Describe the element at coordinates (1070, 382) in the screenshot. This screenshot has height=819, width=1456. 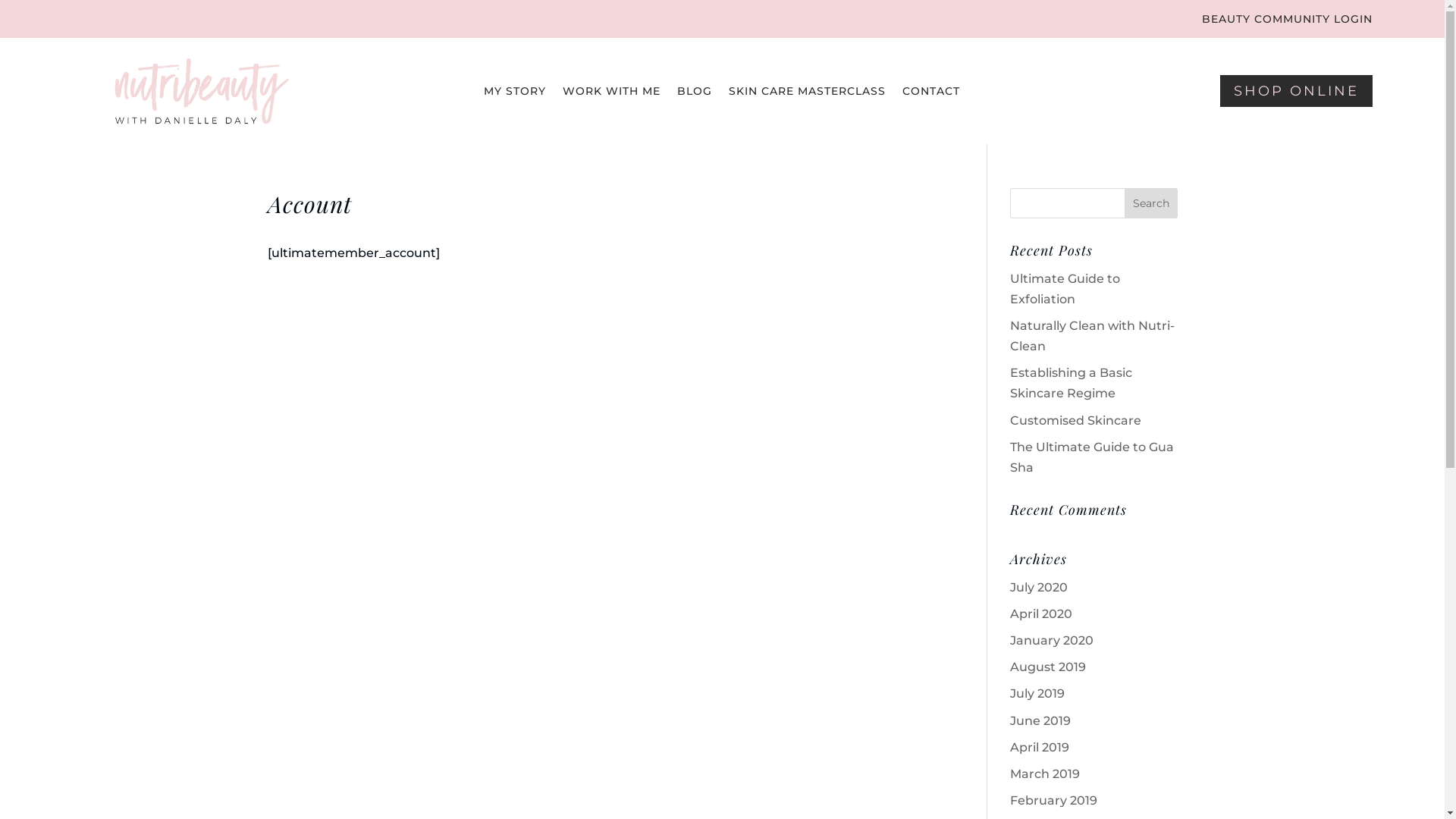
I see `'Establishing a Basic Skincare Regime'` at that location.